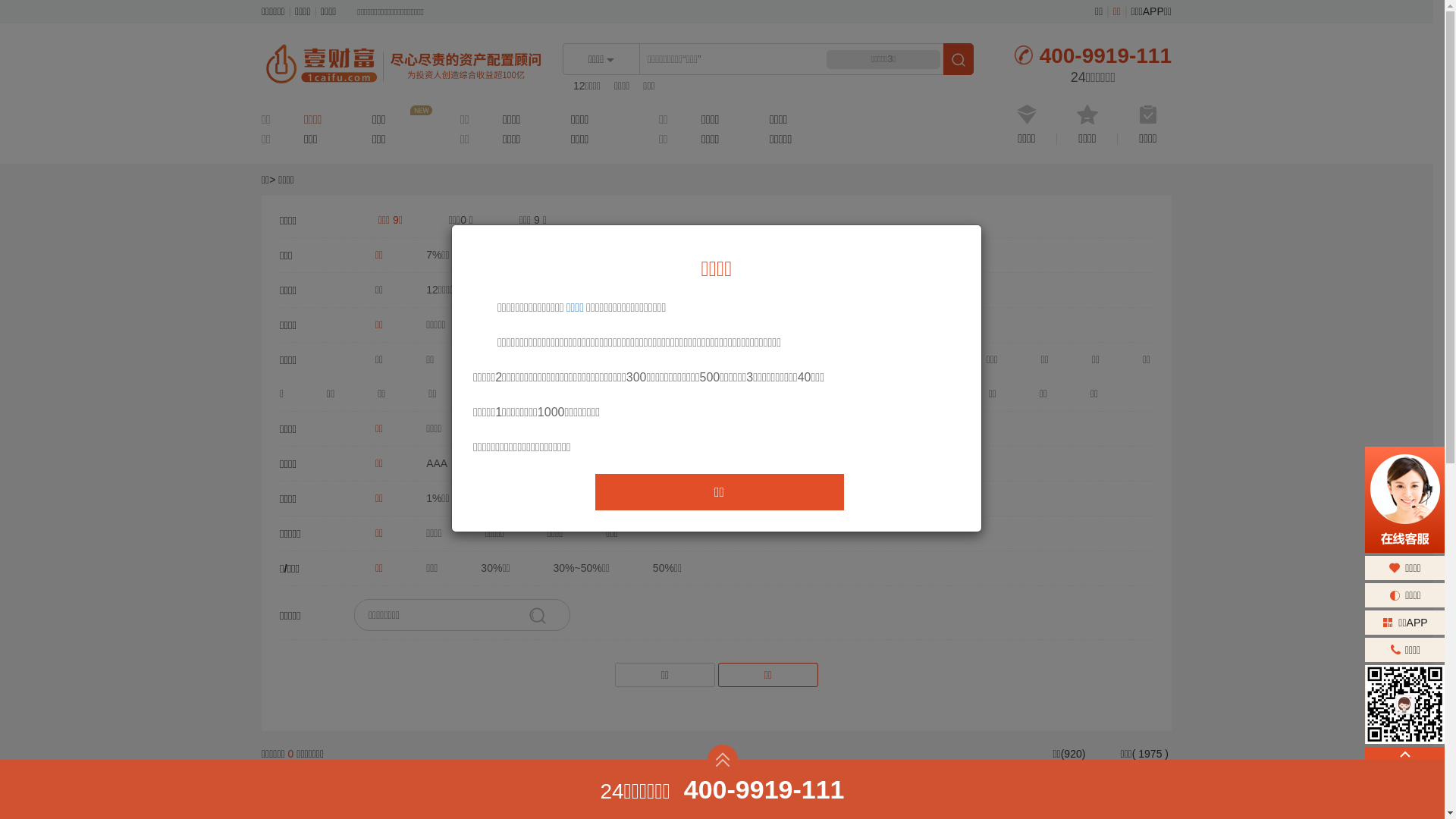 The width and height of the screenshot is (1456, 819). I want to click on 'B', so click(698, 462).